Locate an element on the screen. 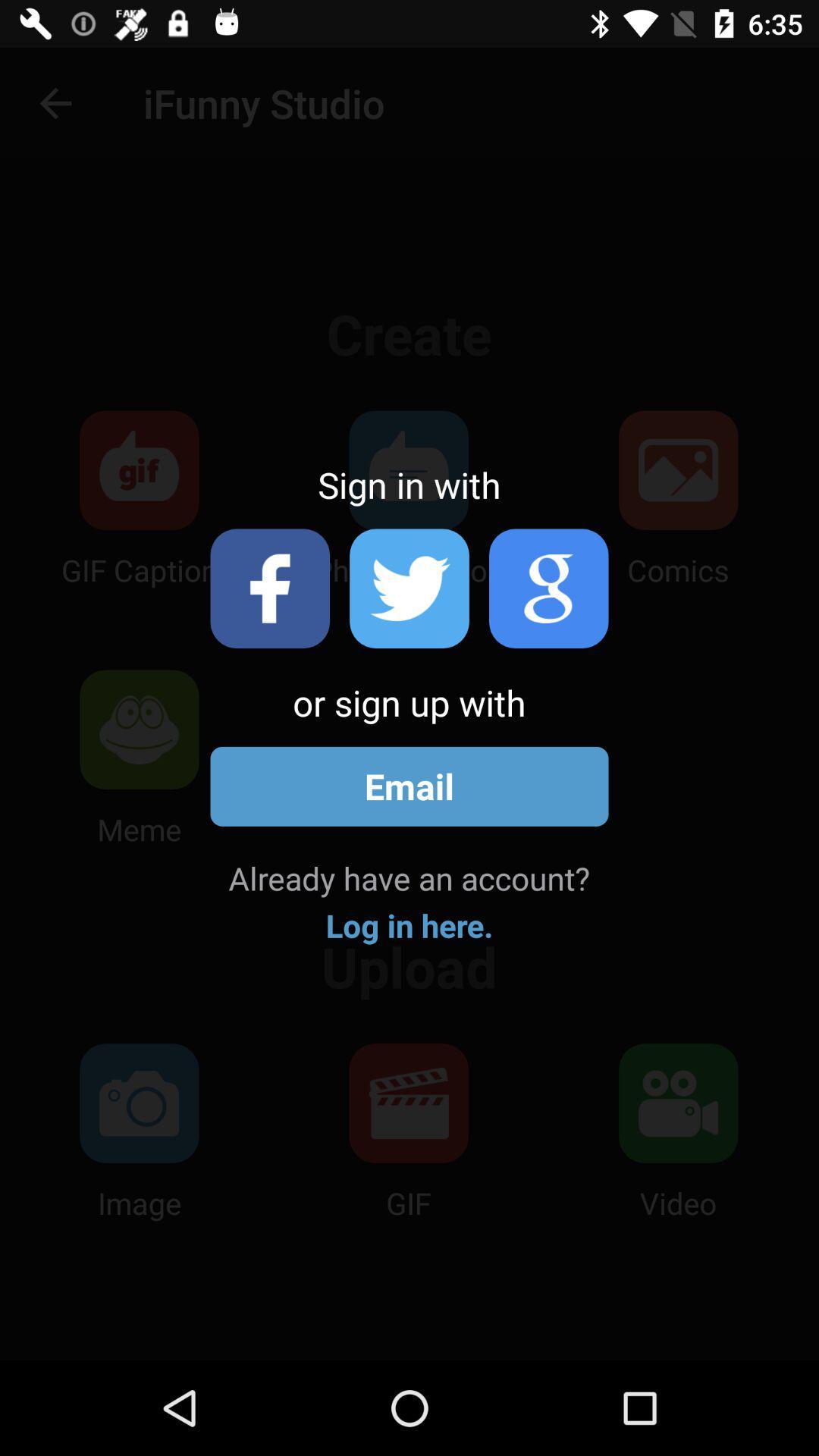 Image resolution: width=819 pixels, height=1456 pixels. sign into twitter option is located at coordinates (409, 588).